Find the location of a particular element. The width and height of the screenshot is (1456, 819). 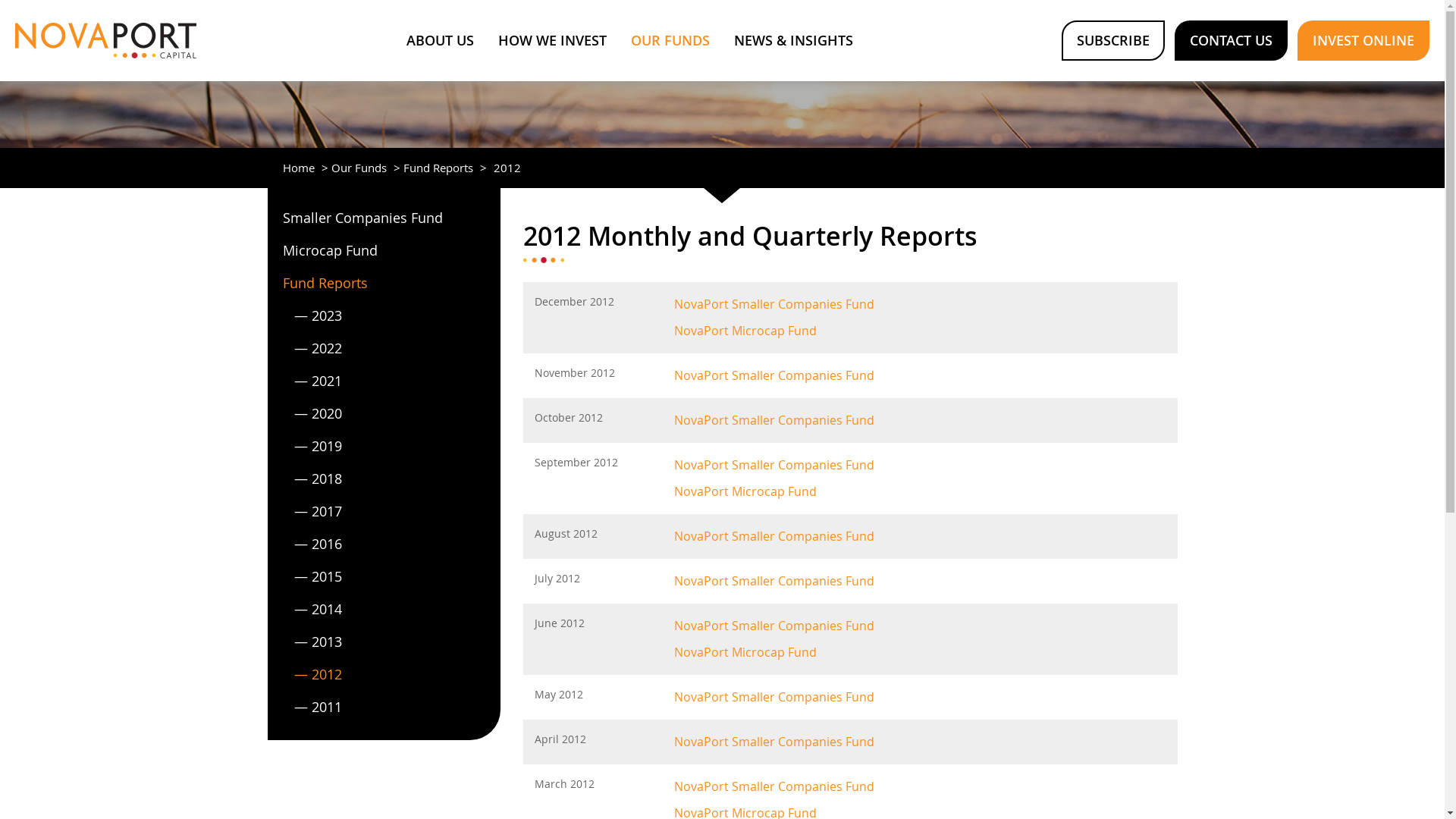

'ABOUT US' is located at coordinates (439, 39).